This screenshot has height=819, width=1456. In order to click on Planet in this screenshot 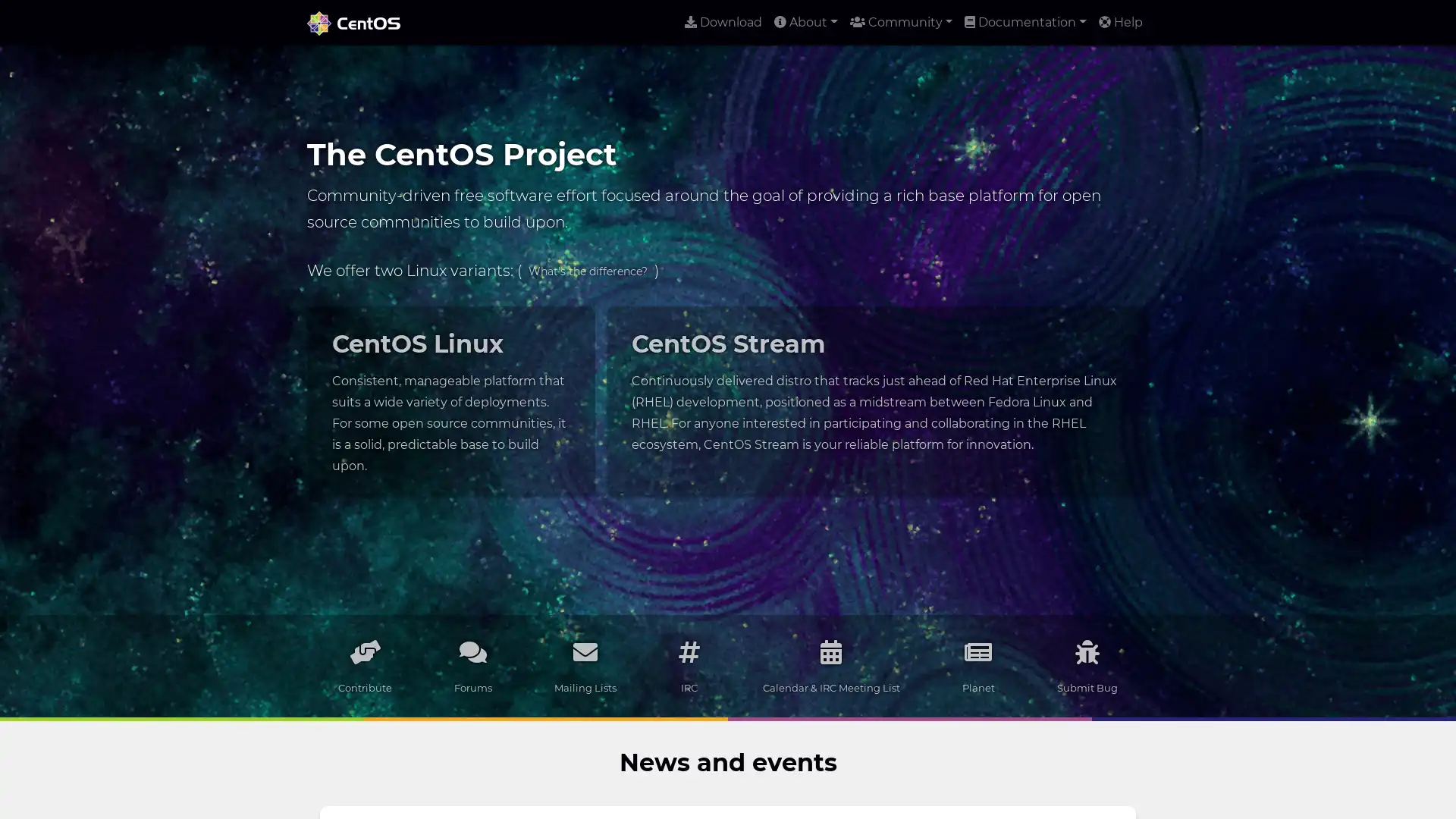, I will do `click(977, 665)`.